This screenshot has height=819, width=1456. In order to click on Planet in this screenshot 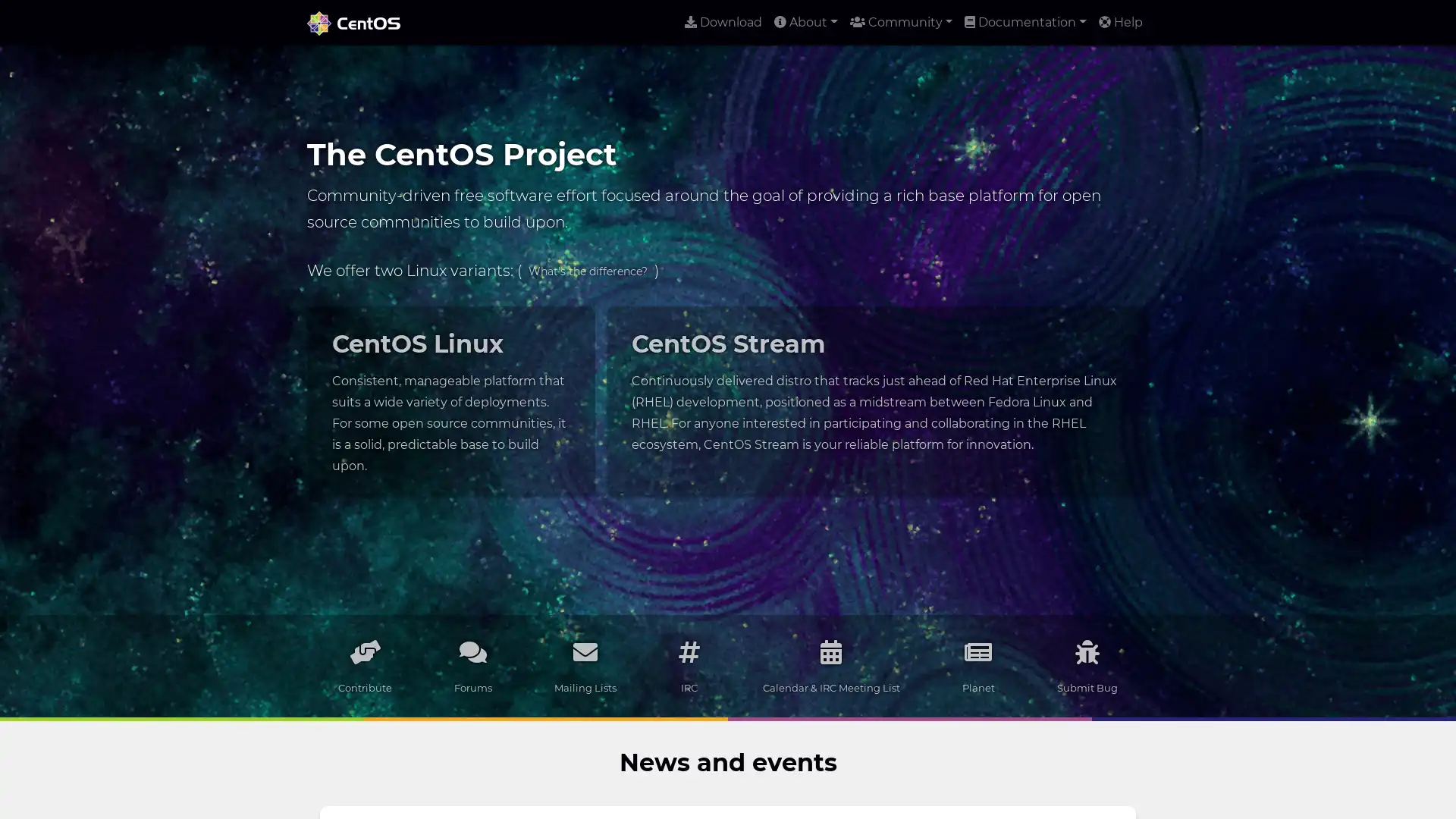, I will do `click(977, 665)`.